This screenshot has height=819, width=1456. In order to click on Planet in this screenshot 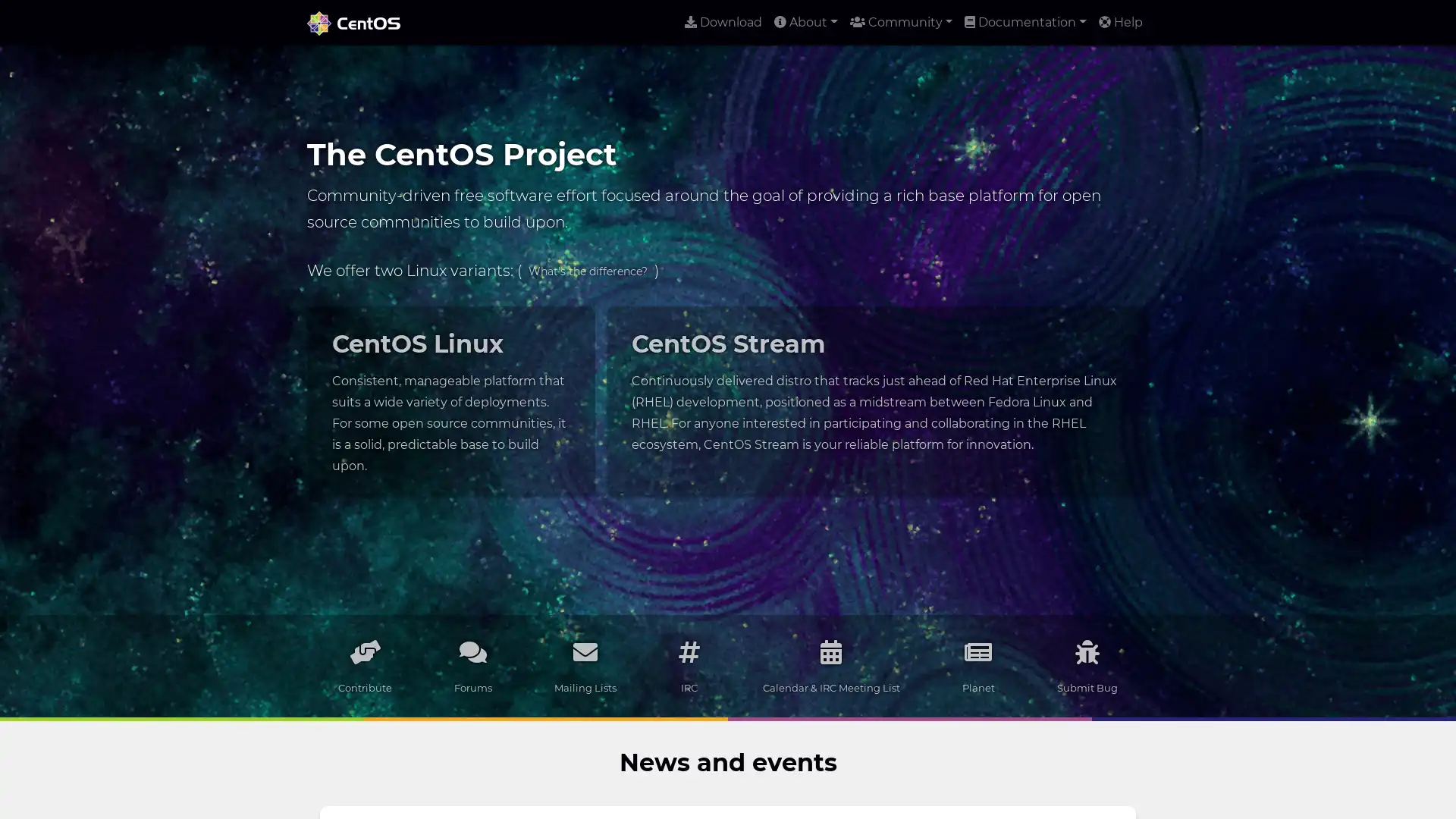, I will do `click(977, 665)`.